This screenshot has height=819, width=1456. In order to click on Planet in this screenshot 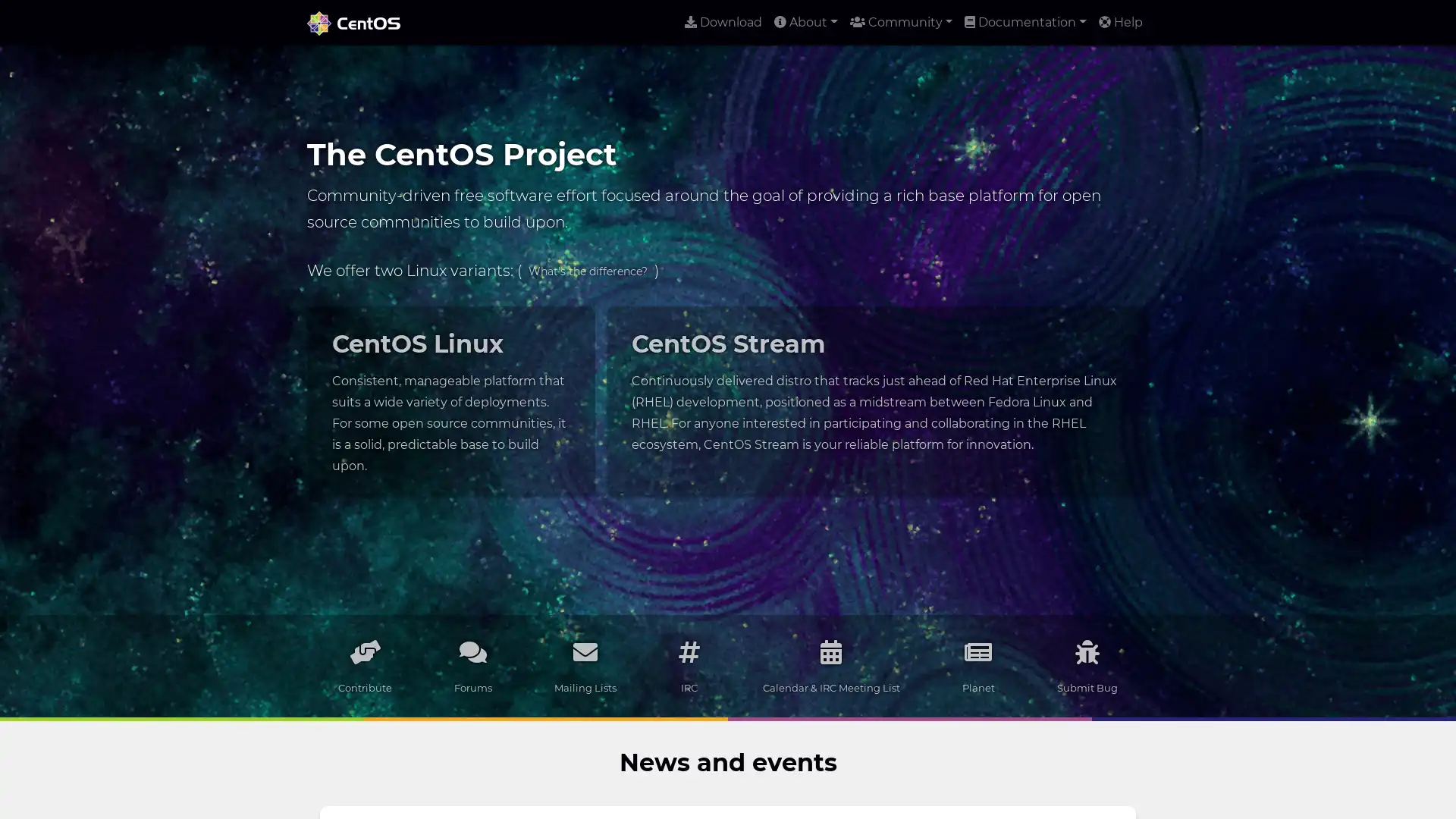, I will do `click(977, 665)`.